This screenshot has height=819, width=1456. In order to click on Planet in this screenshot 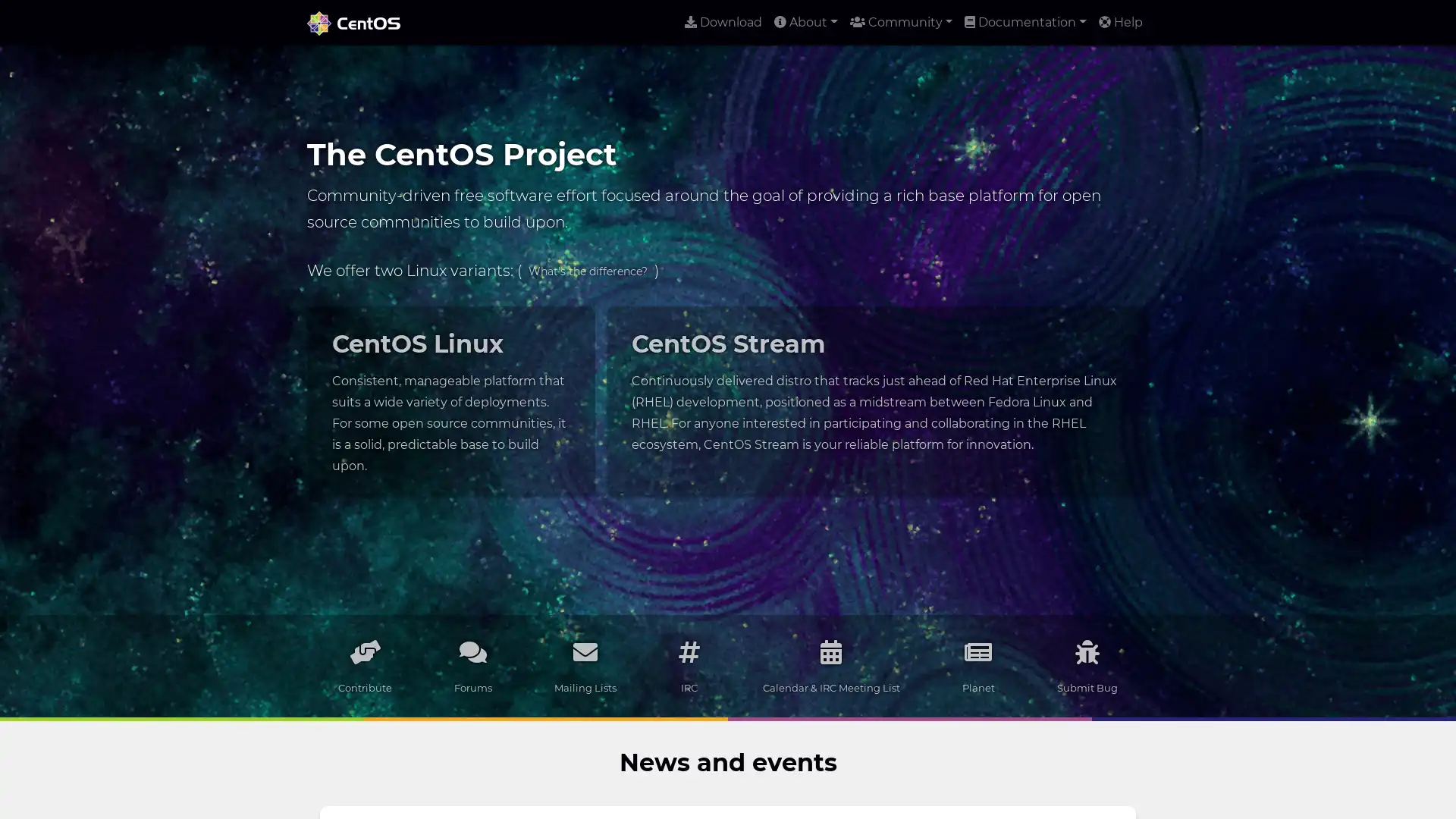, I will do `click(977, 665)`.